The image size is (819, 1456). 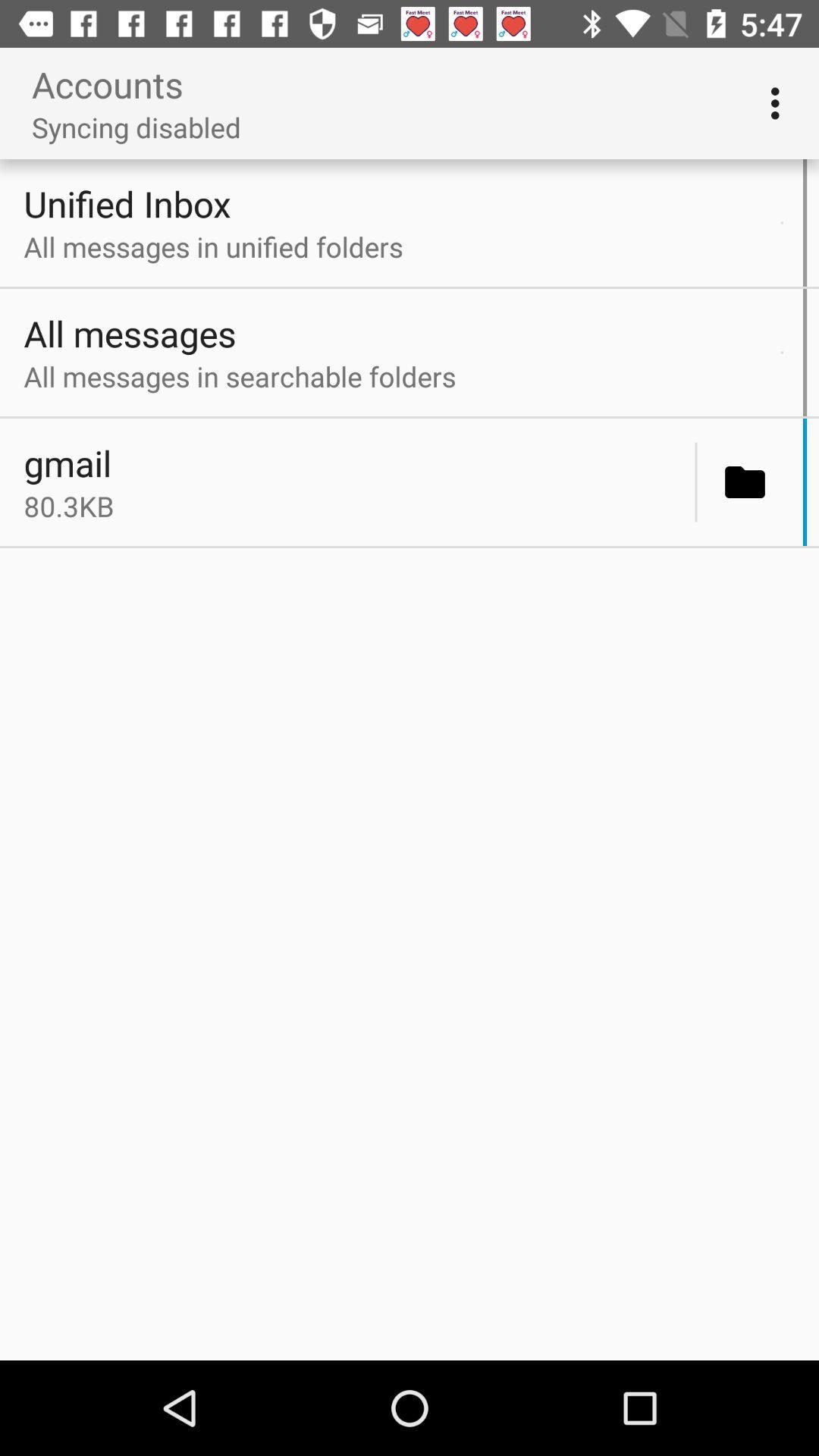 What do you see at coordinates (355, 506) in the screenshot?
I see `the item at the center` at bounding box center [355, 506].